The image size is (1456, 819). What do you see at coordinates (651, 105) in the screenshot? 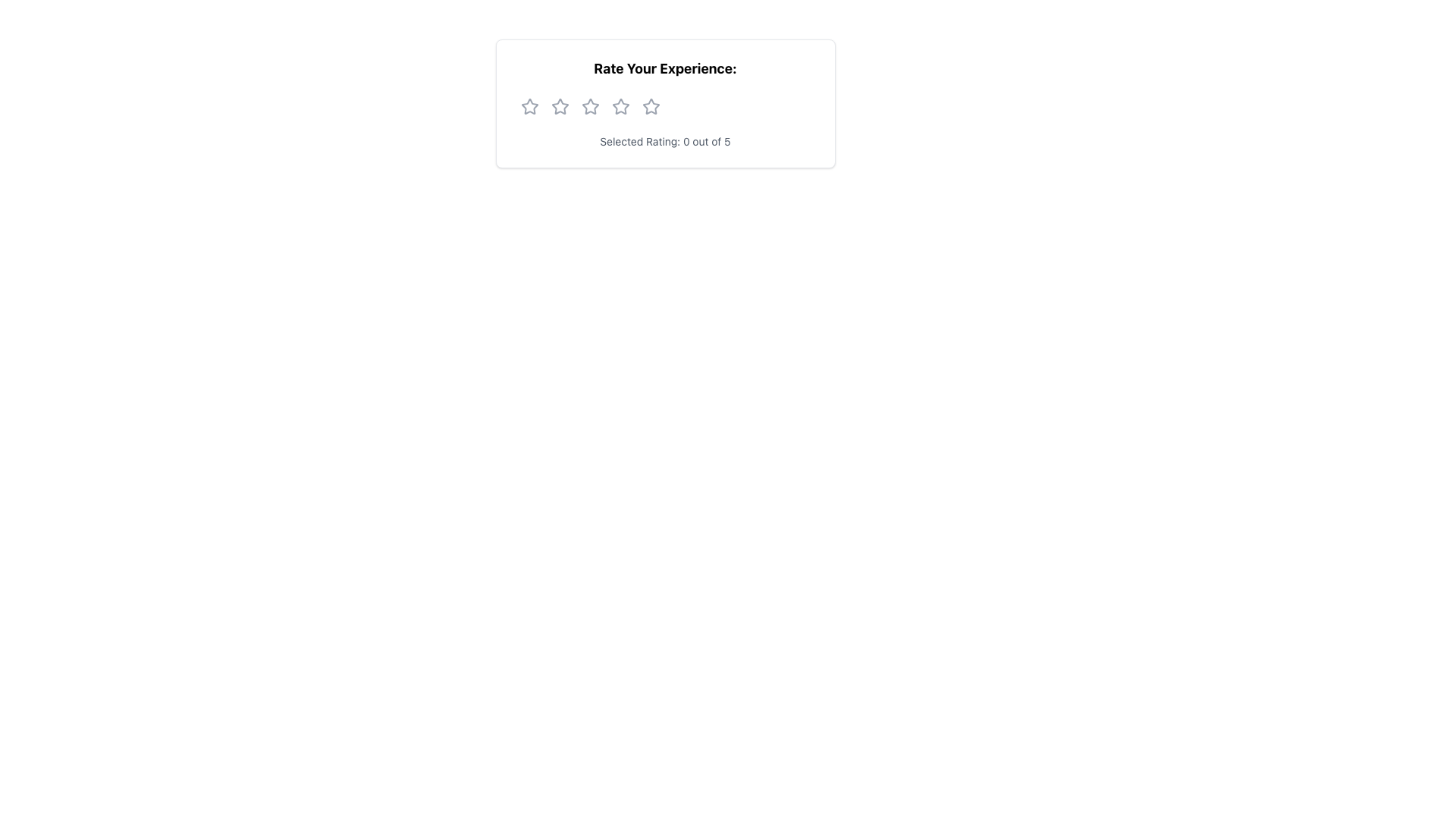
I see `the third star-shaped icon in the horizontal sequence of five stars` at bounding box center [651, 105].